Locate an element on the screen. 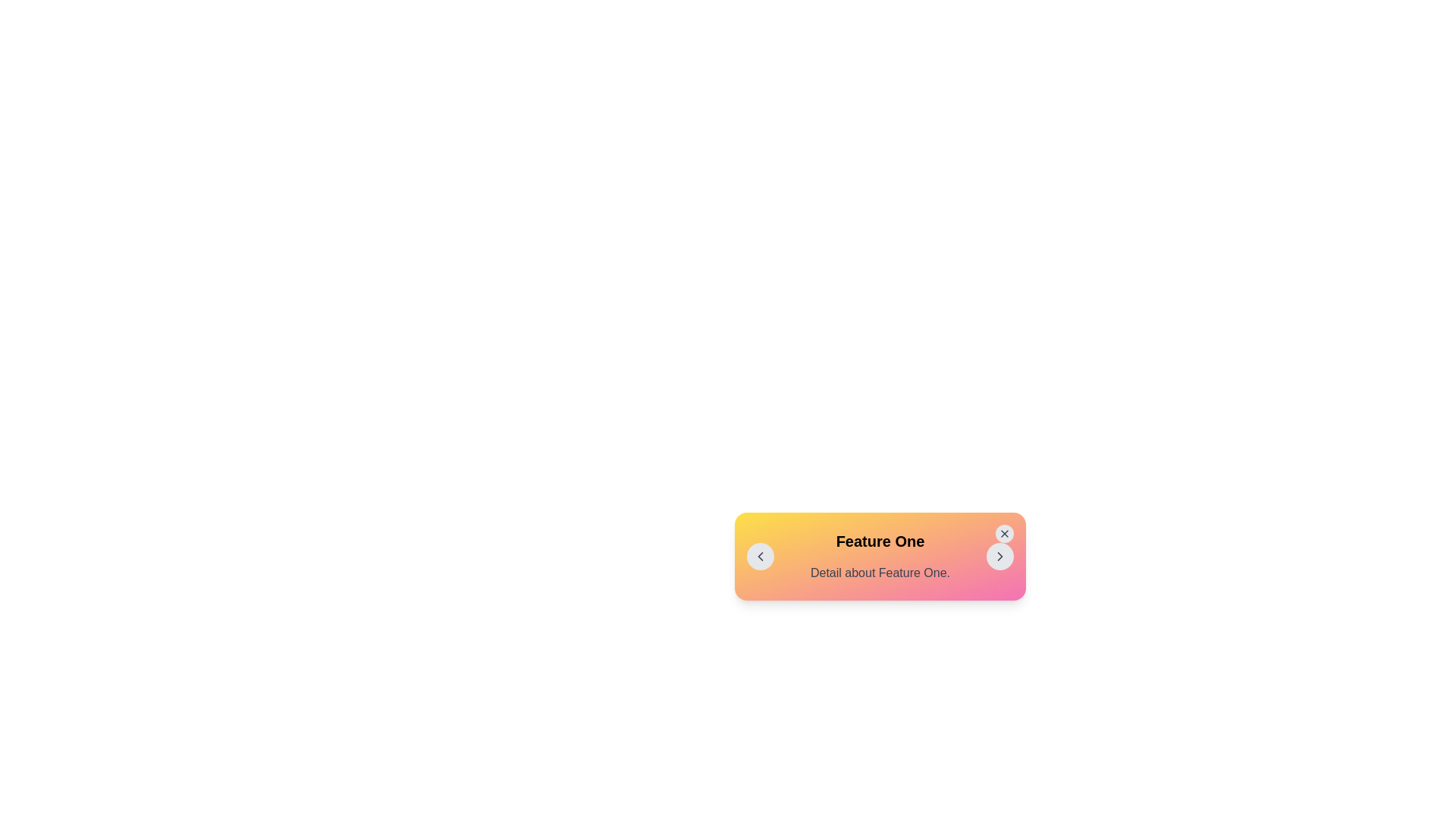 The width and height of the screenshot is (1456, 819). the arrow icon in the minimalistic circular button on the right side of the 'Feature One' section is located at coordinates (1000, 556).